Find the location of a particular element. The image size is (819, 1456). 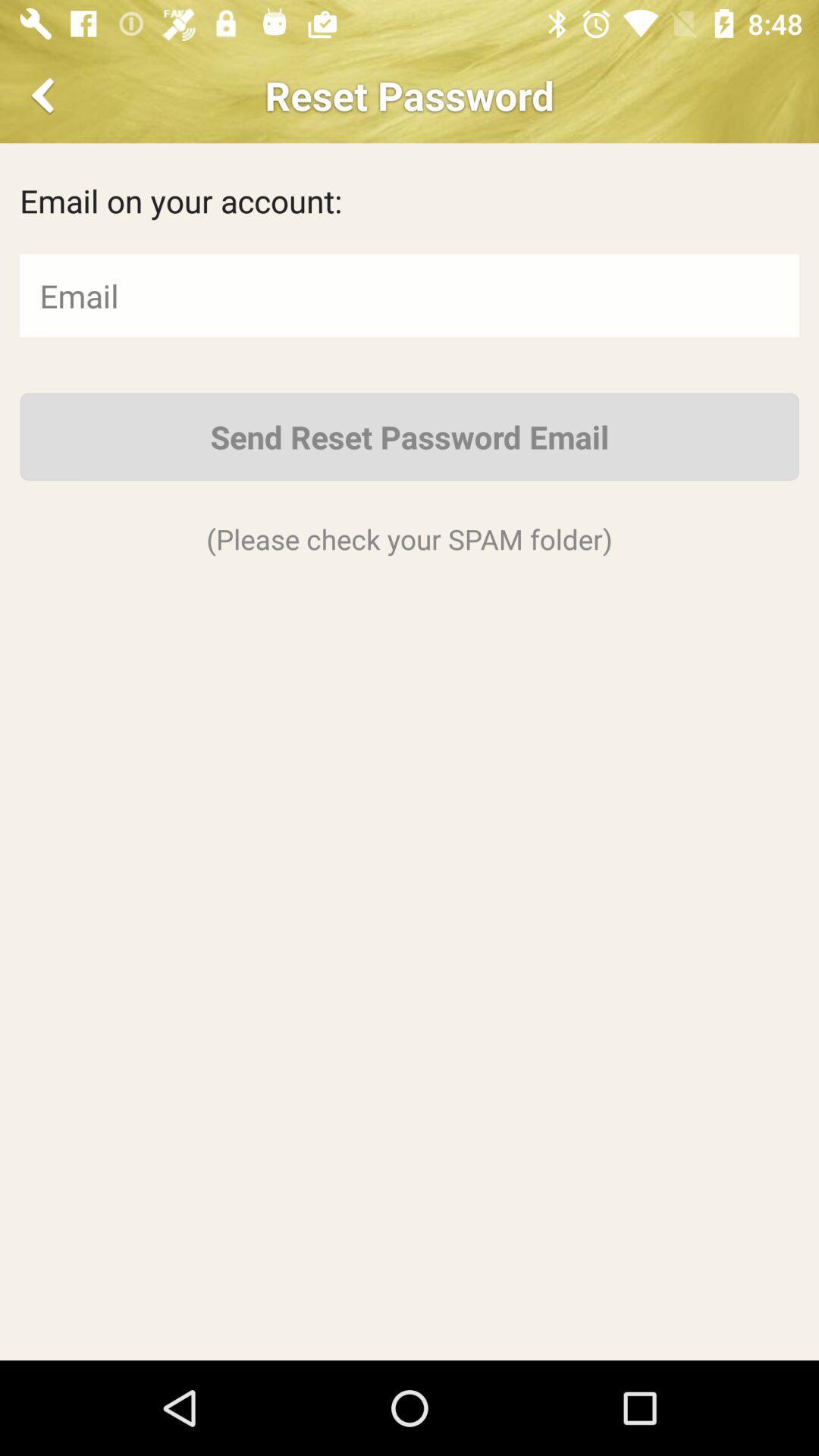

back is located at coordinates (45, 94).